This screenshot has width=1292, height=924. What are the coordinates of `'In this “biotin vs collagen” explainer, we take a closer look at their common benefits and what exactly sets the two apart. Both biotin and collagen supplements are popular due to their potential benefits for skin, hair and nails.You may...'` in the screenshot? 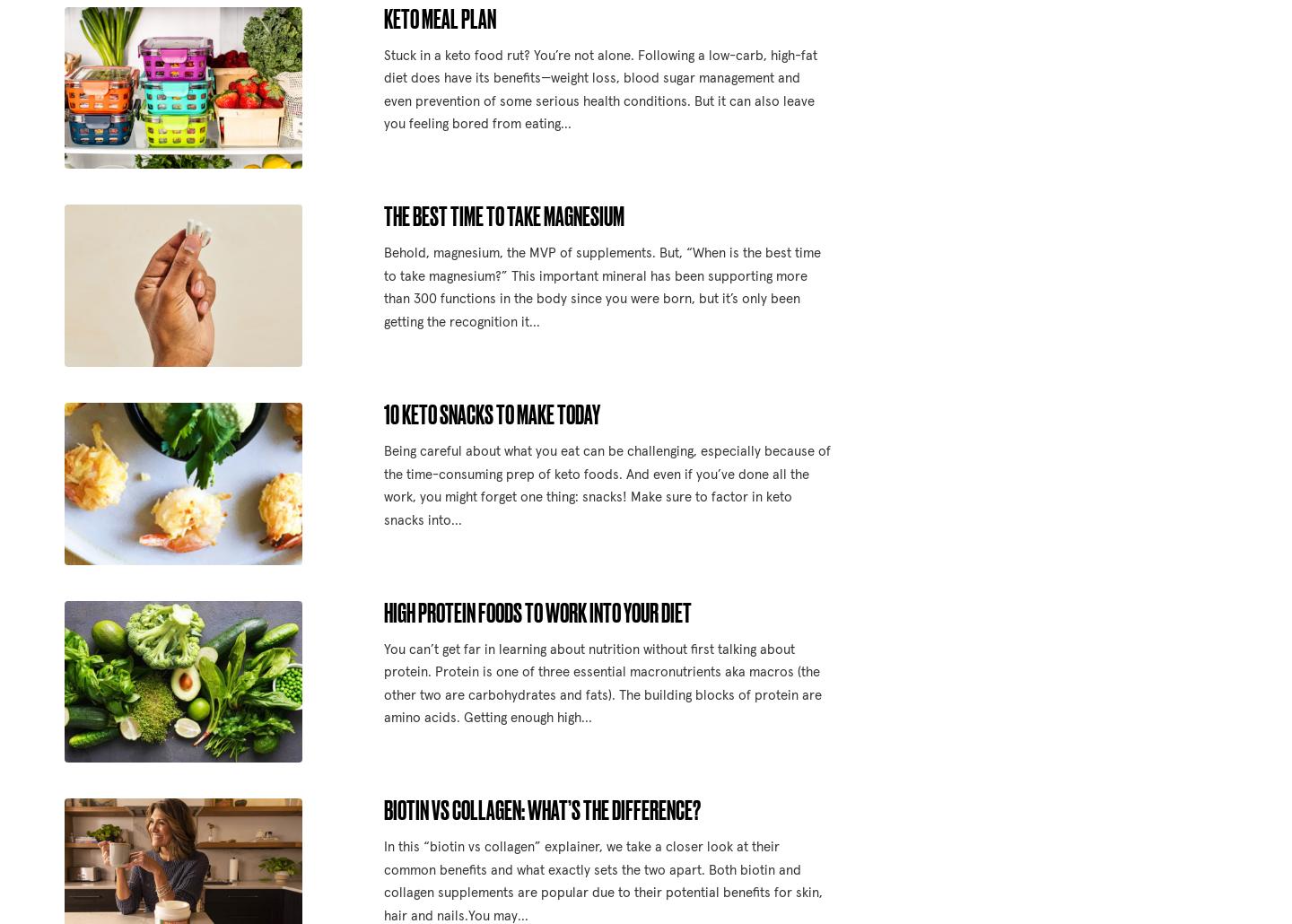 It's located at (382, 880).